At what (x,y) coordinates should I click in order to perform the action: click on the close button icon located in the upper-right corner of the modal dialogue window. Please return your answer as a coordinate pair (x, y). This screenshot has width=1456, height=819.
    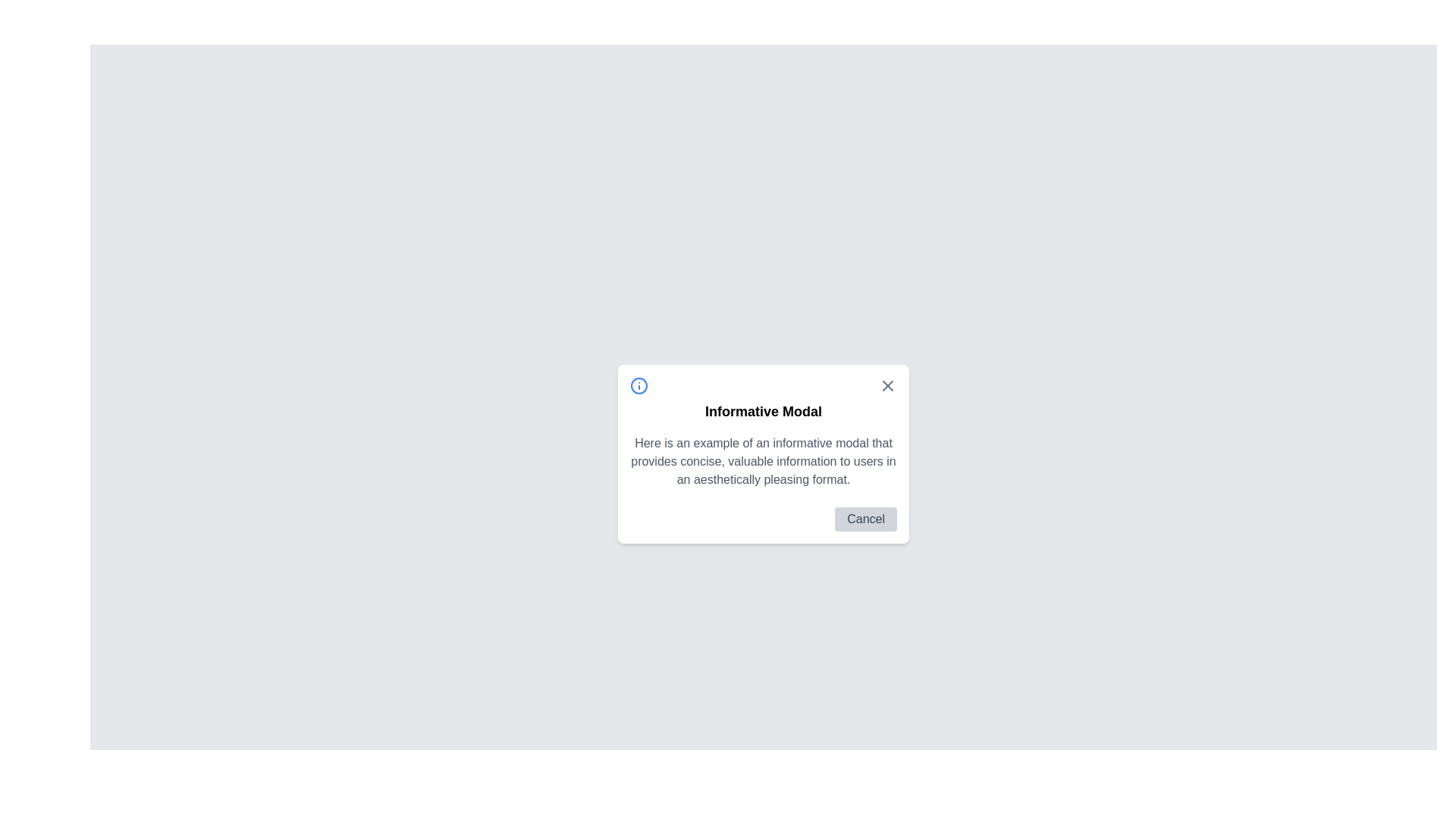
    Looking at the image, I should click on (888, 385).